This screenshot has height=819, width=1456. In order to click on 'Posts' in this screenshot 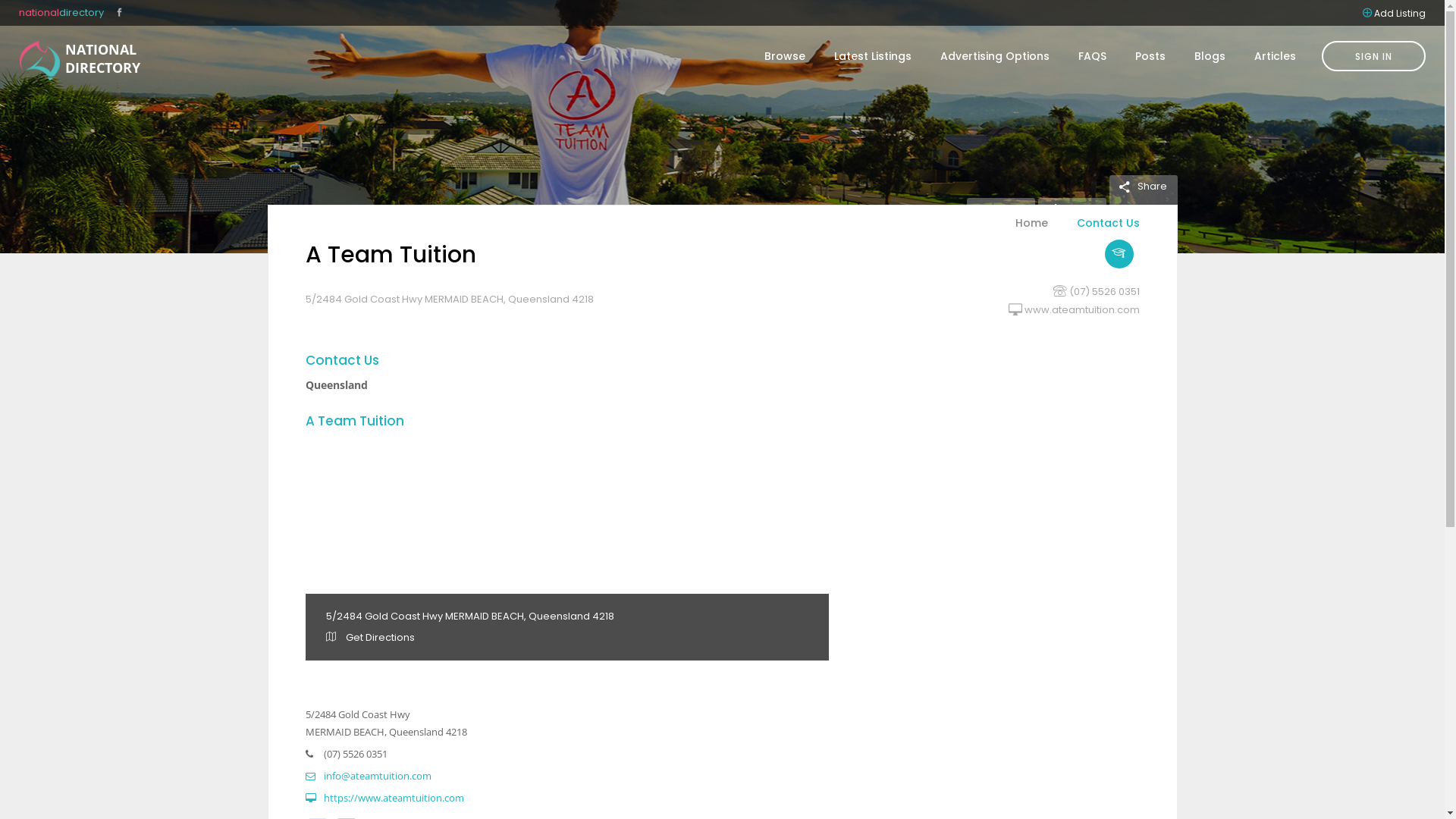, I will do `click(1121, 55)`.